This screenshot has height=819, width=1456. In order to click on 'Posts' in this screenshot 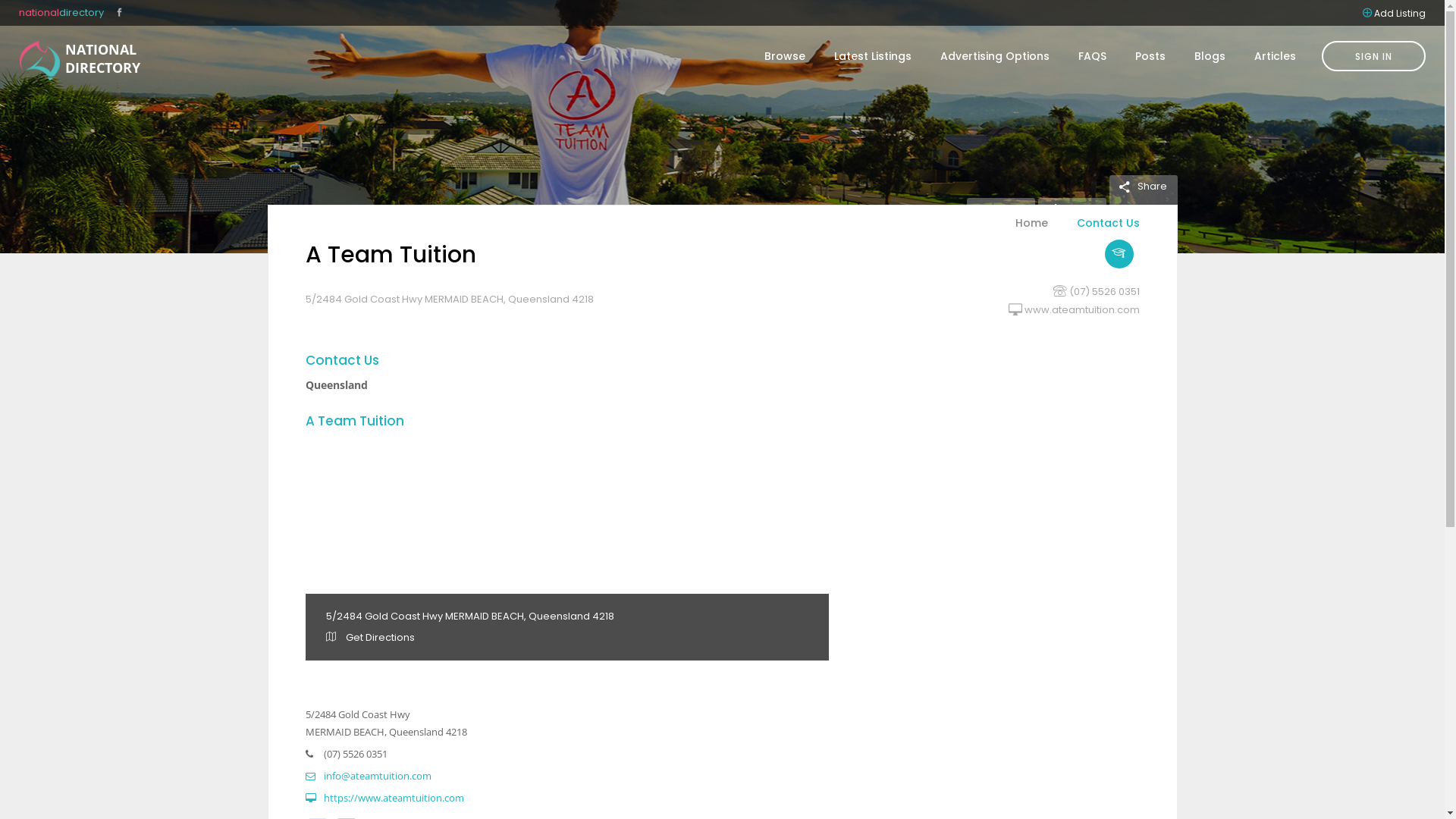, I will do `click(1121, 55)`.